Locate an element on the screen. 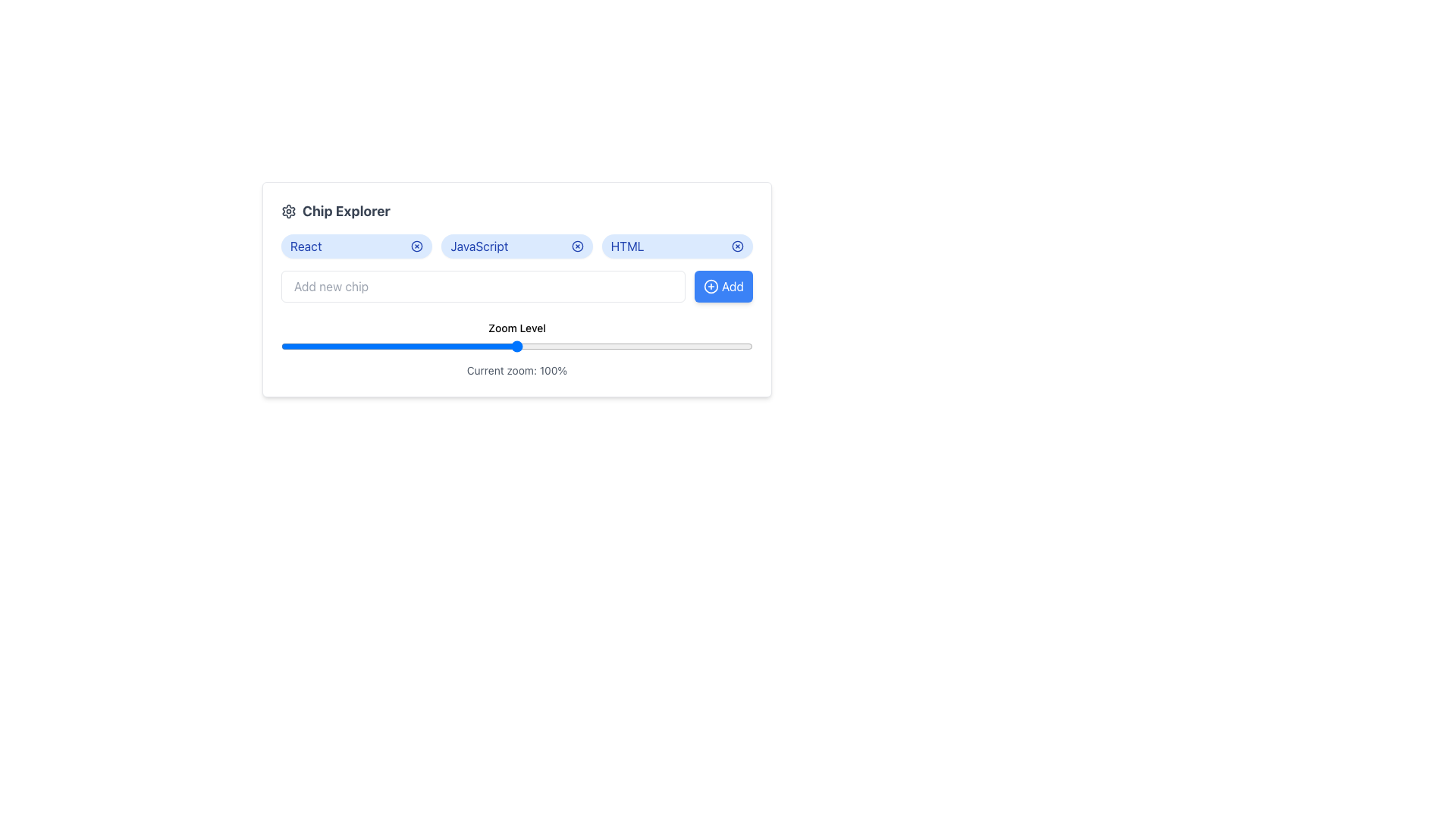  the text label displaying 'HTML' in bold font with a blue text color, which is part of a chip-like UI component with rounded corners is located at coordinates (627, 245).